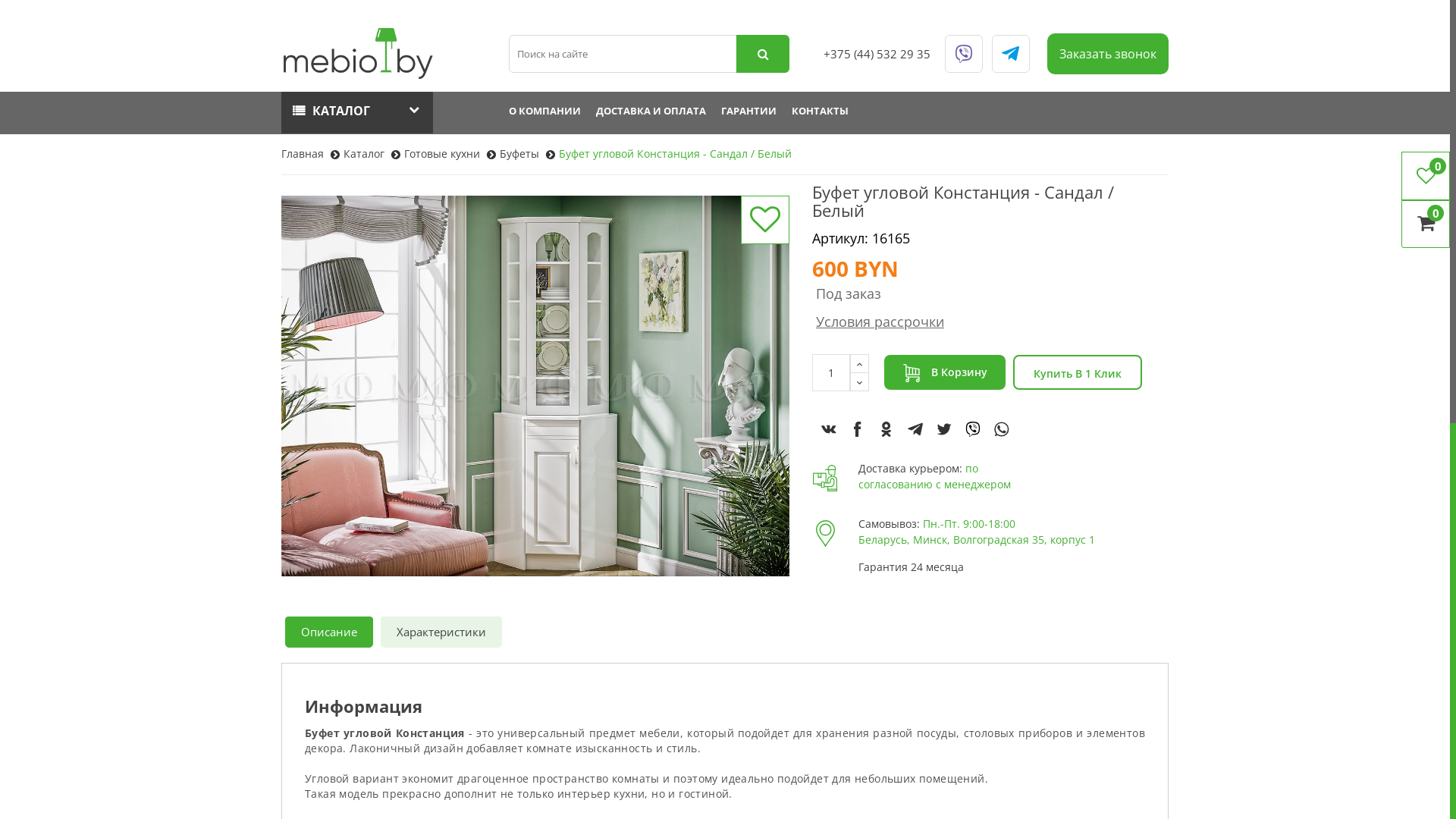 This screenshot has height=819, width=1456. Describe the element at coordinates (910, 373) in the screenshot. I see `'shopping-cart'` at that location.